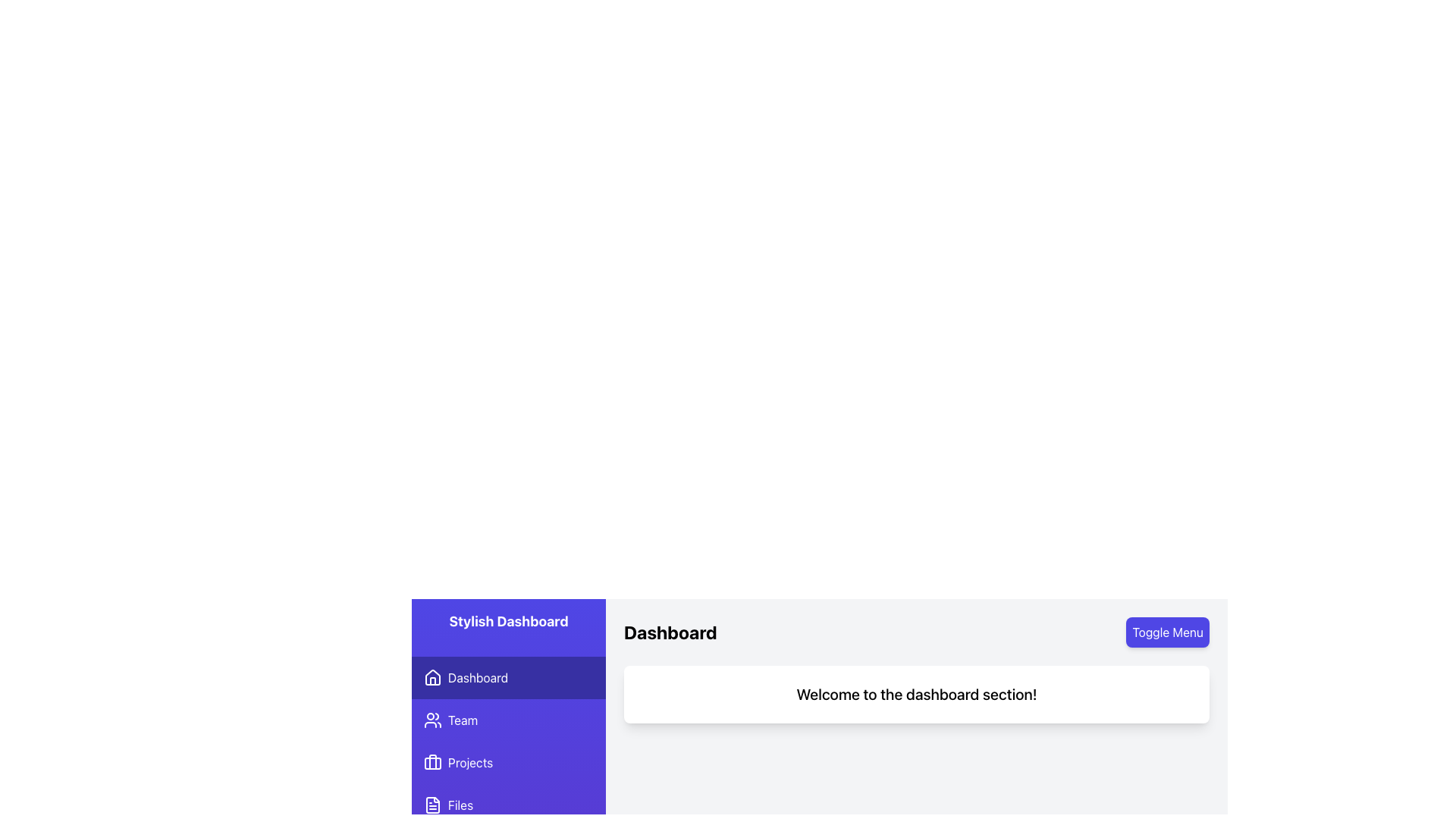  I want to click on the Text label that serves as a title or heading for the dashboard, located at the top-left area of the main content section, so click(670, 632).